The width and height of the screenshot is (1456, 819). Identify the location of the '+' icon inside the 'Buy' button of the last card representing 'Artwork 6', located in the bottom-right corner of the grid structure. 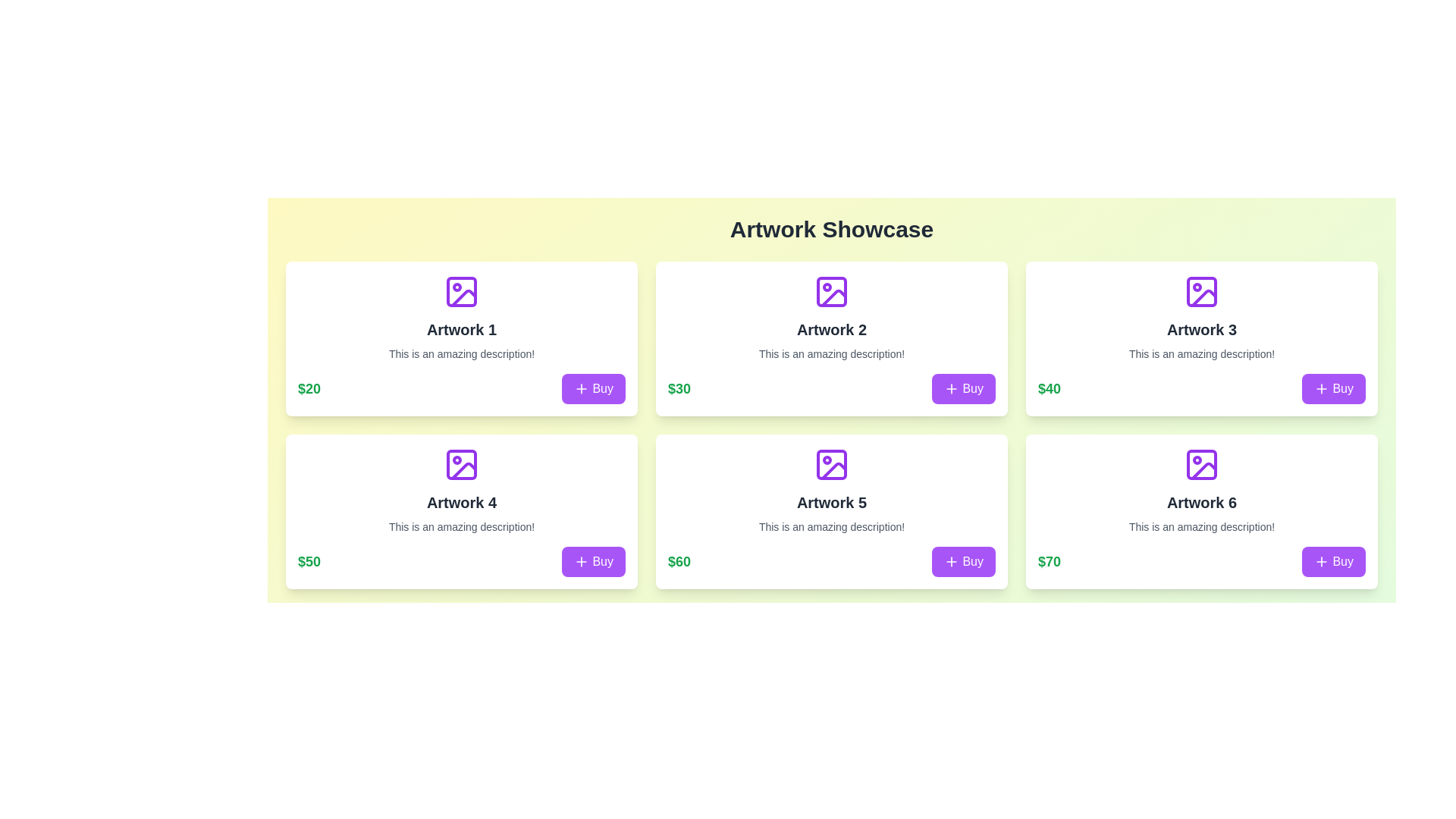
(1321, 561).